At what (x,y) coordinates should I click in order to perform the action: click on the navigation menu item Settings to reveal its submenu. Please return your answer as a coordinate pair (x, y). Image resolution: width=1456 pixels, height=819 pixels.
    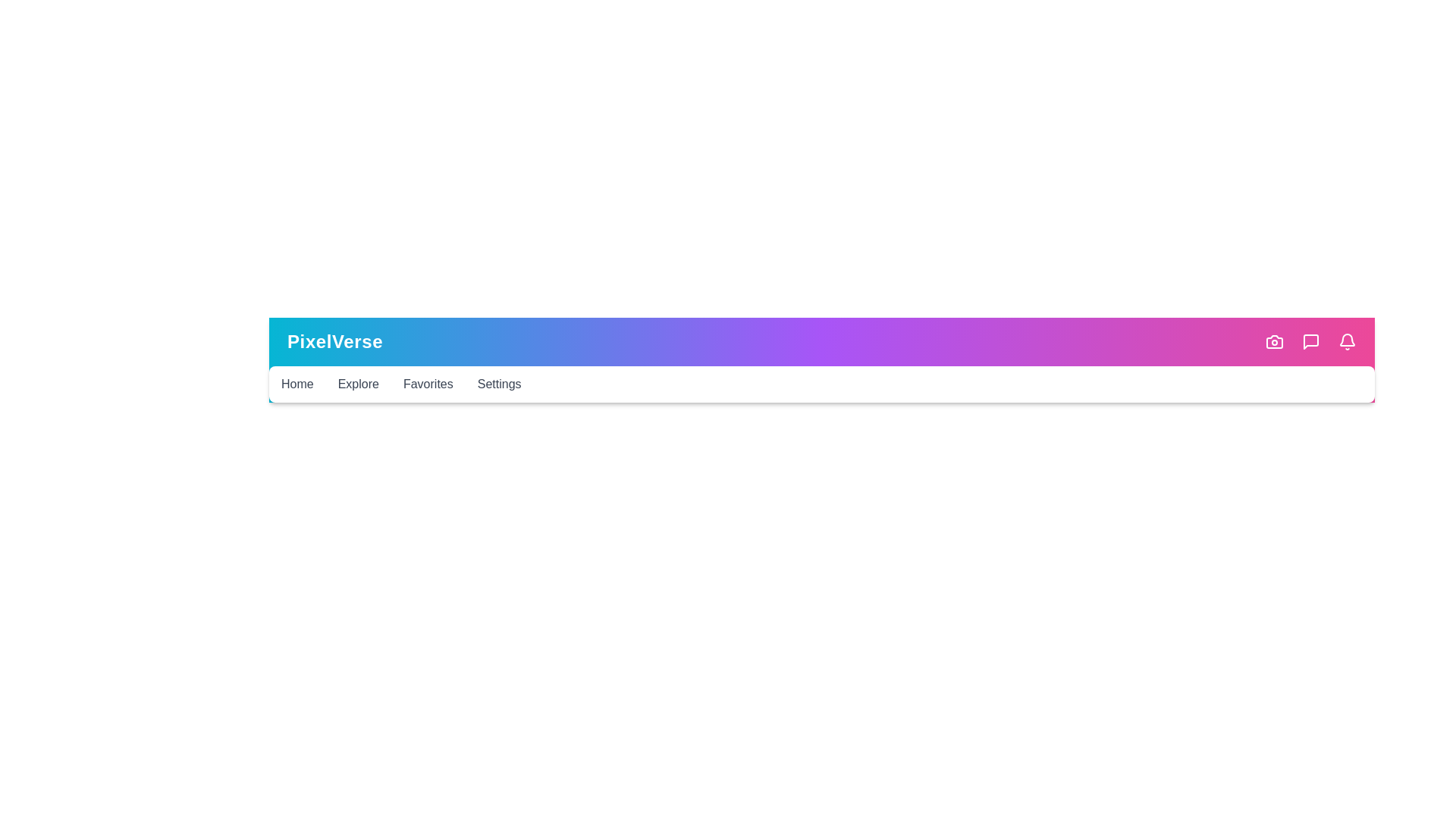
    Looking at the image, I should click on (498, 382).